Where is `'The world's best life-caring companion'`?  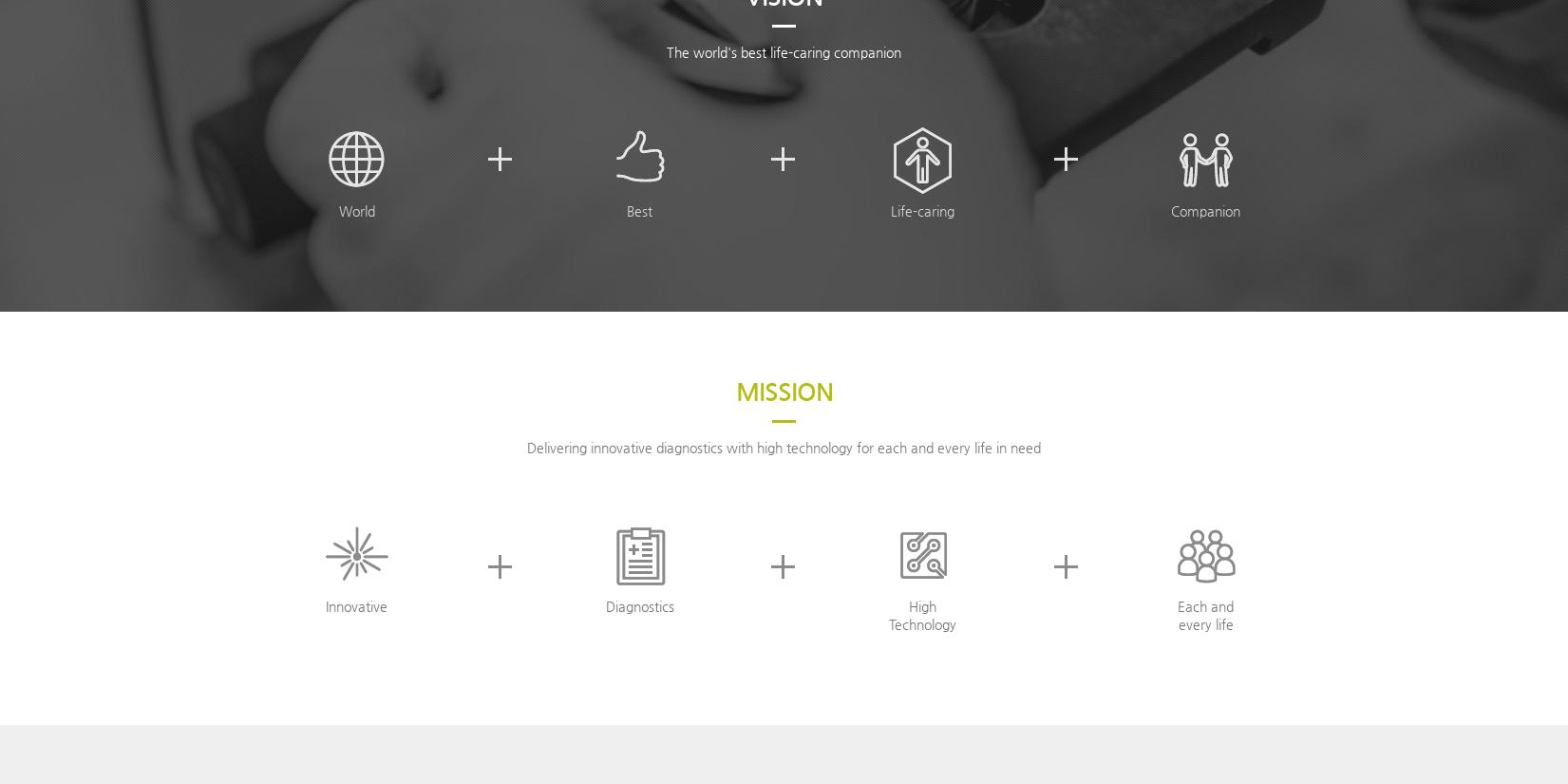
'The world's best life-caring companion' is located at coordinates (784, 52).